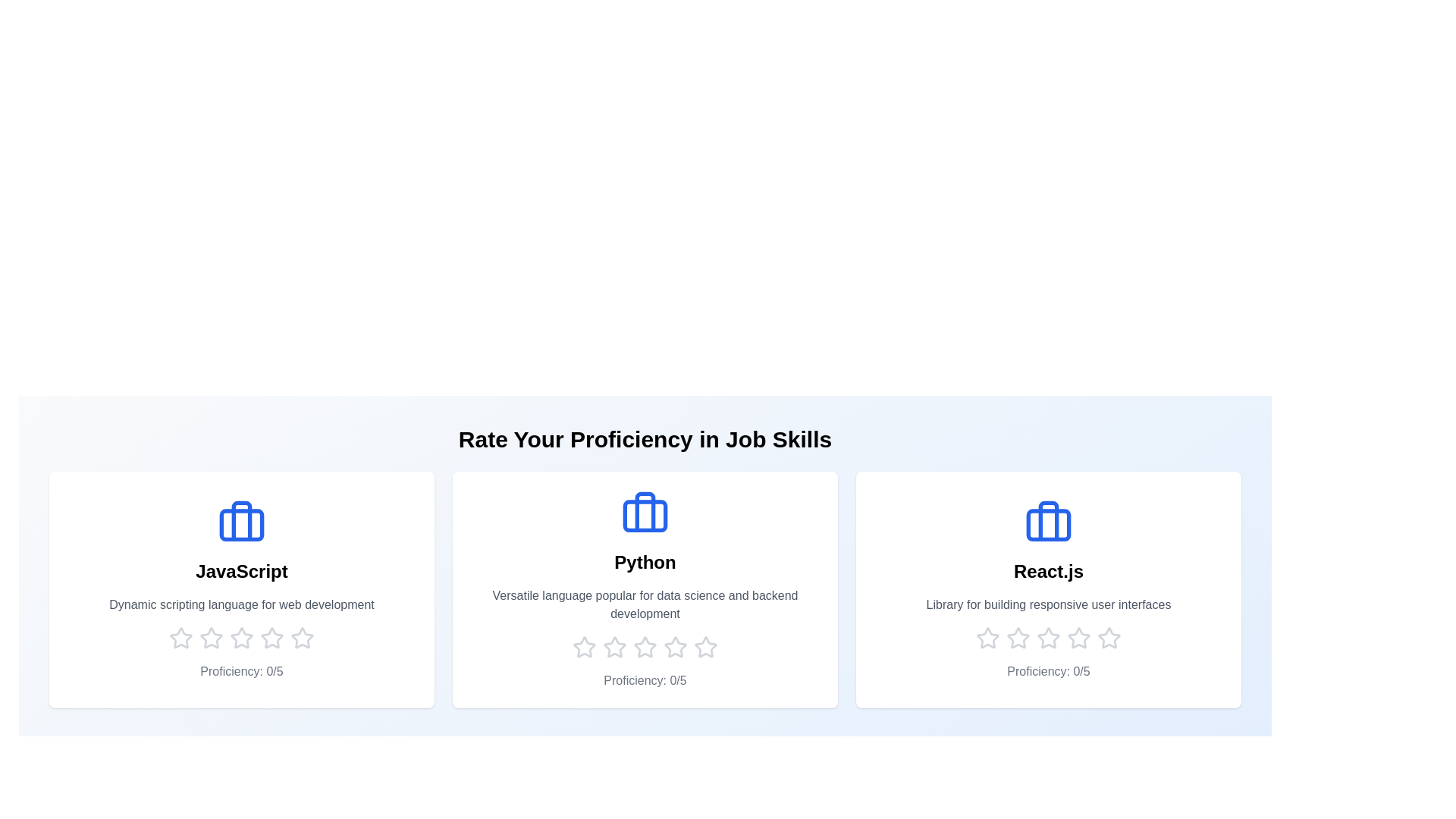 Image resolution: width=1456 pixels, height=819 pixels. Describe the element at coordinates (1047, 589) in the screenshot. I see `the skill card for React.js to see its hover effect` at that location.